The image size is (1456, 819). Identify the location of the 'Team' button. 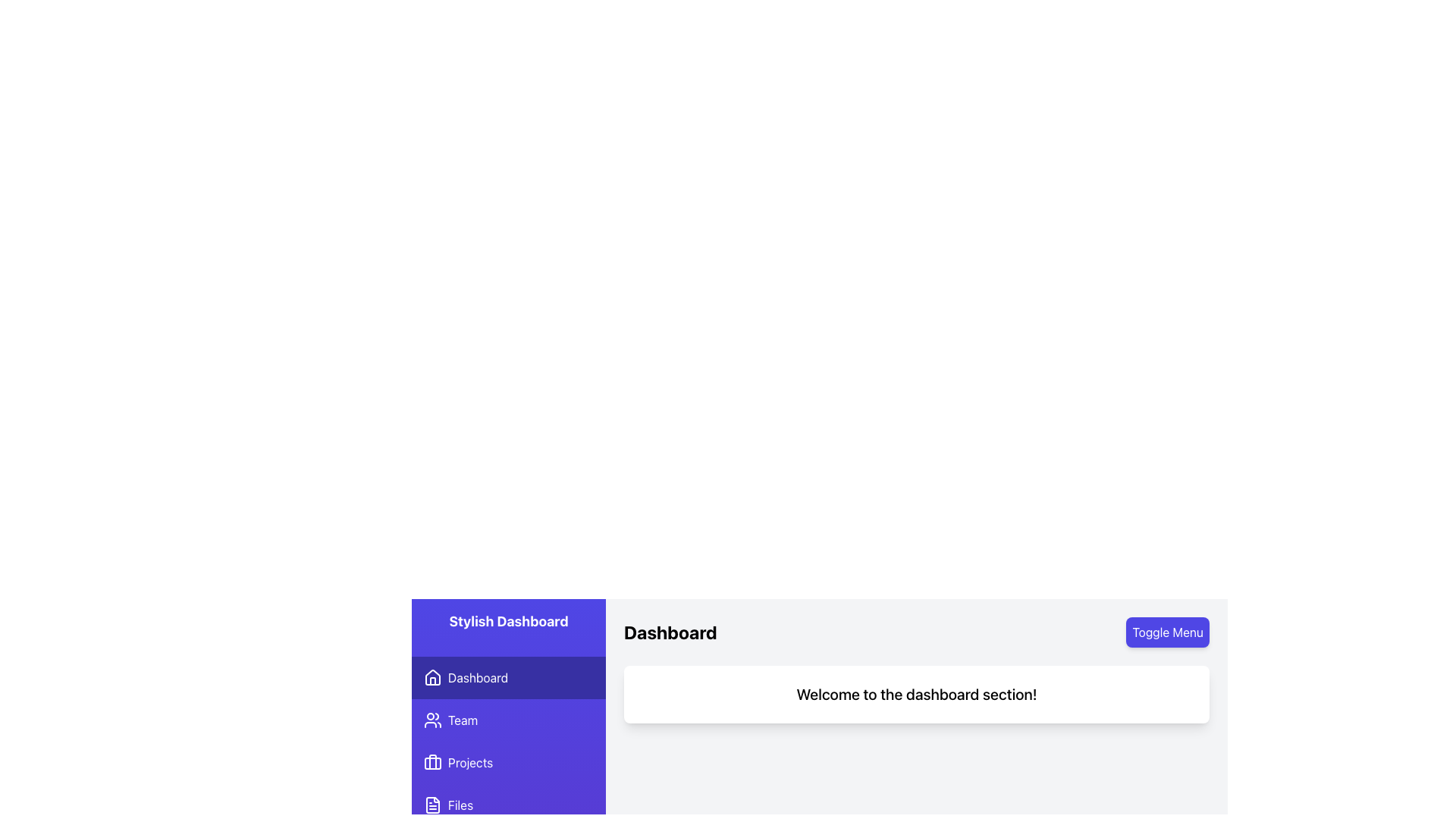
(509, 719).